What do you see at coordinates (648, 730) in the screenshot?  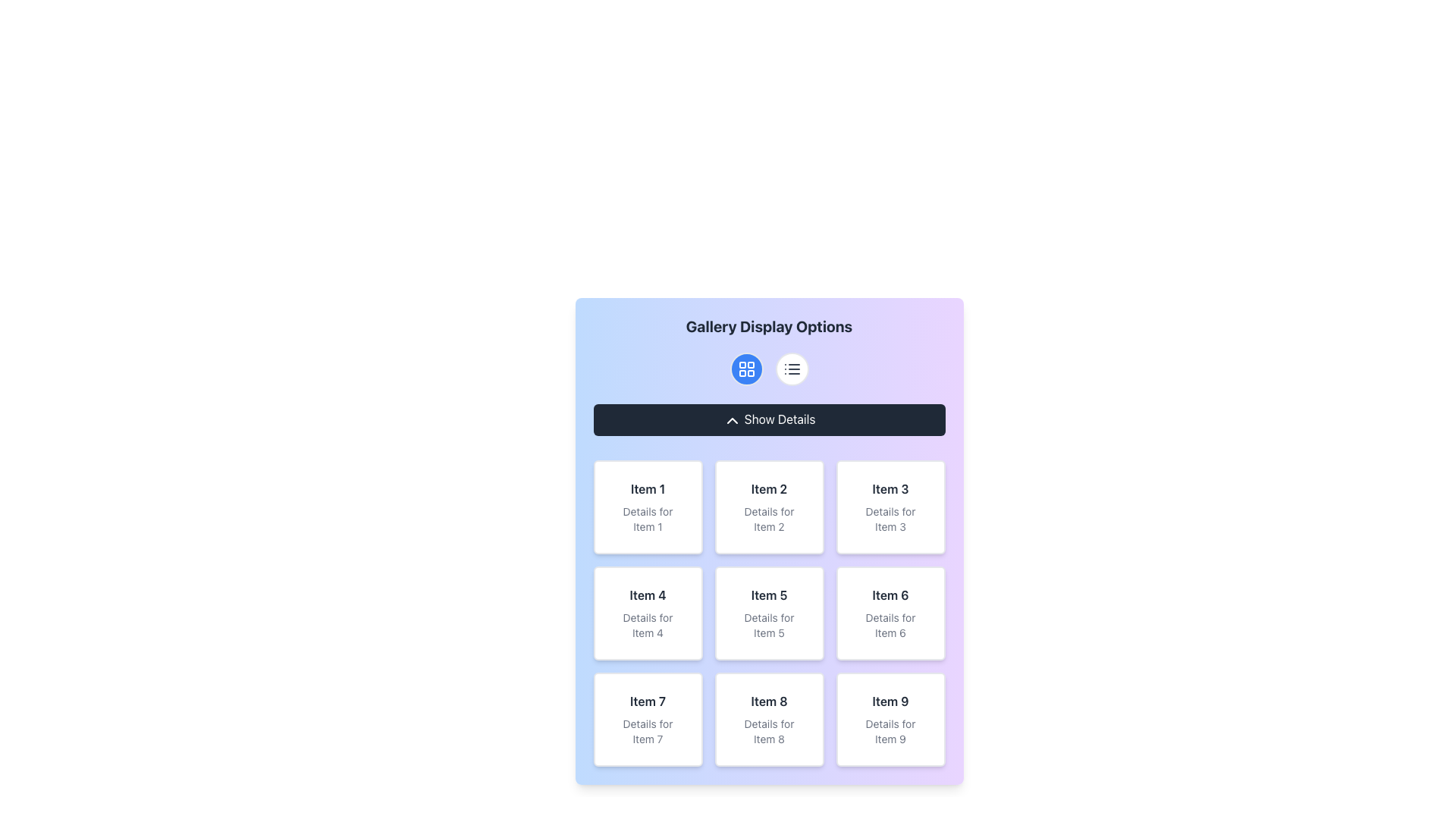 I see `the text label providing additional details related to 'Item 7'` at bounding box center [648, 730].